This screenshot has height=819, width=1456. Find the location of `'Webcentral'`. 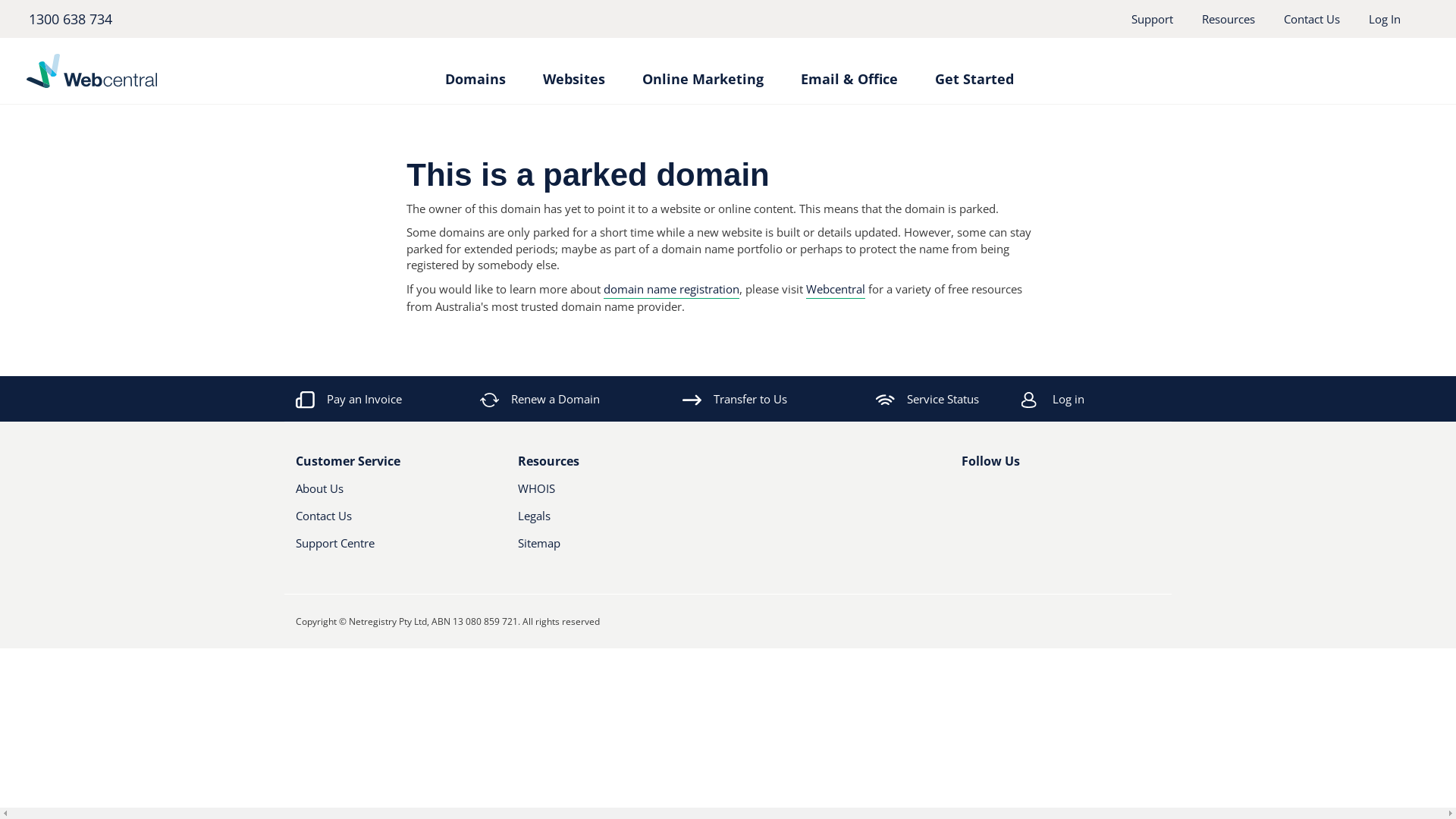

'Webcentral' is located at coordinates (835, 289).